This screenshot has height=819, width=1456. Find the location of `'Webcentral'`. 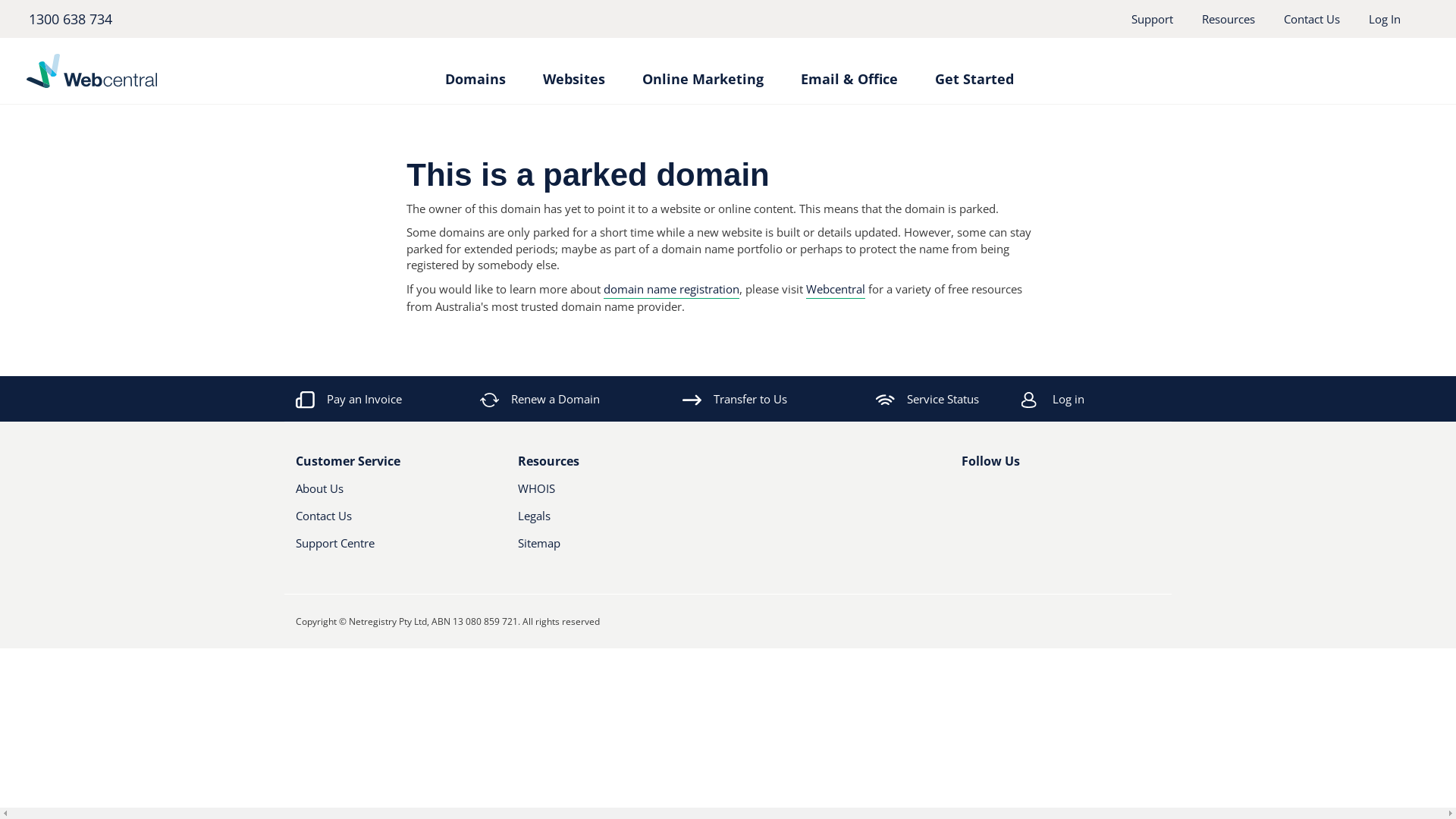

'Webcentral' is located at coordinates (835, 289).